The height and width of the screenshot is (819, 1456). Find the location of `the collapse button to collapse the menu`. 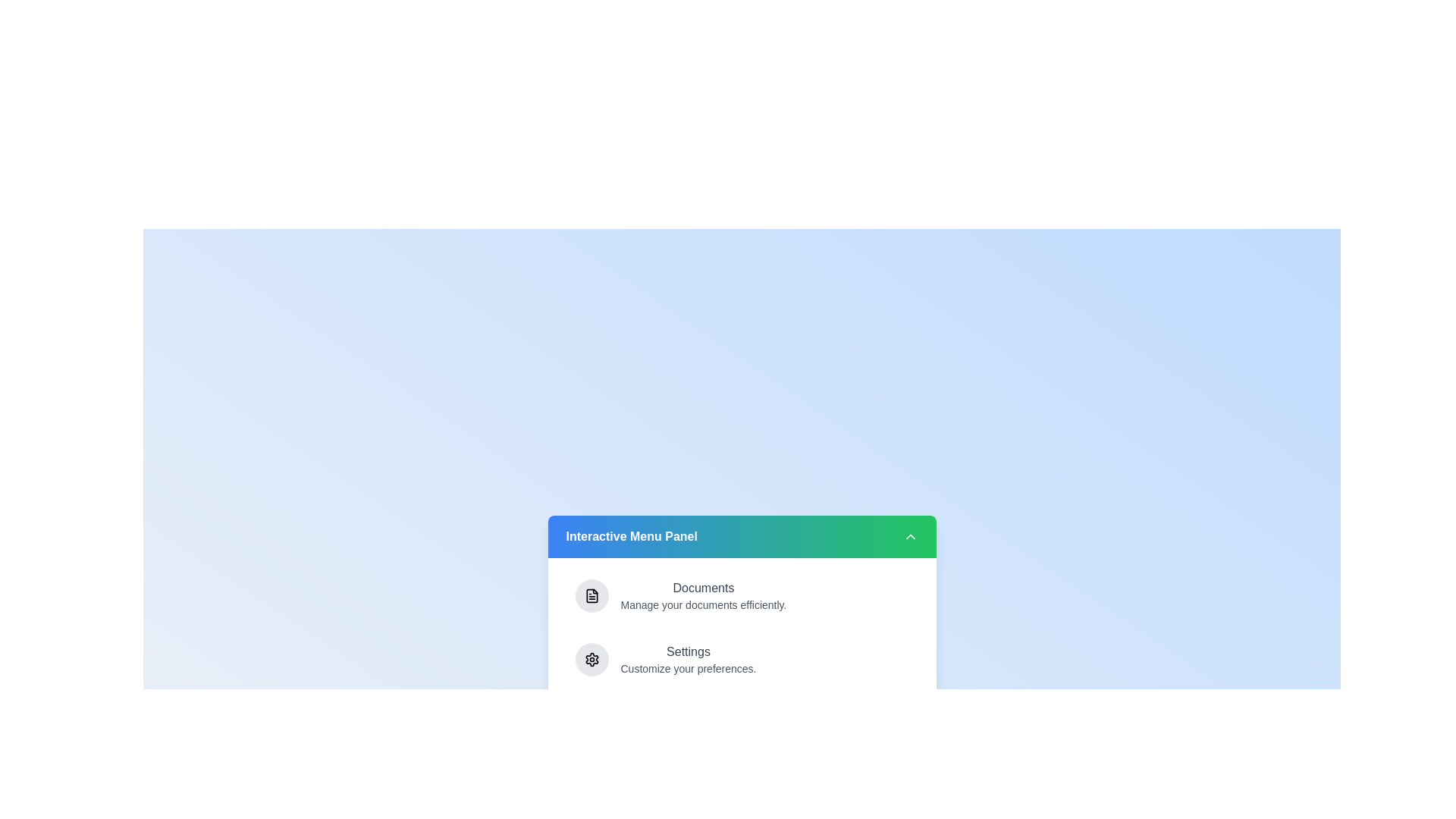

the collapse button to collapse the menu is located at coordinates (910, 536).